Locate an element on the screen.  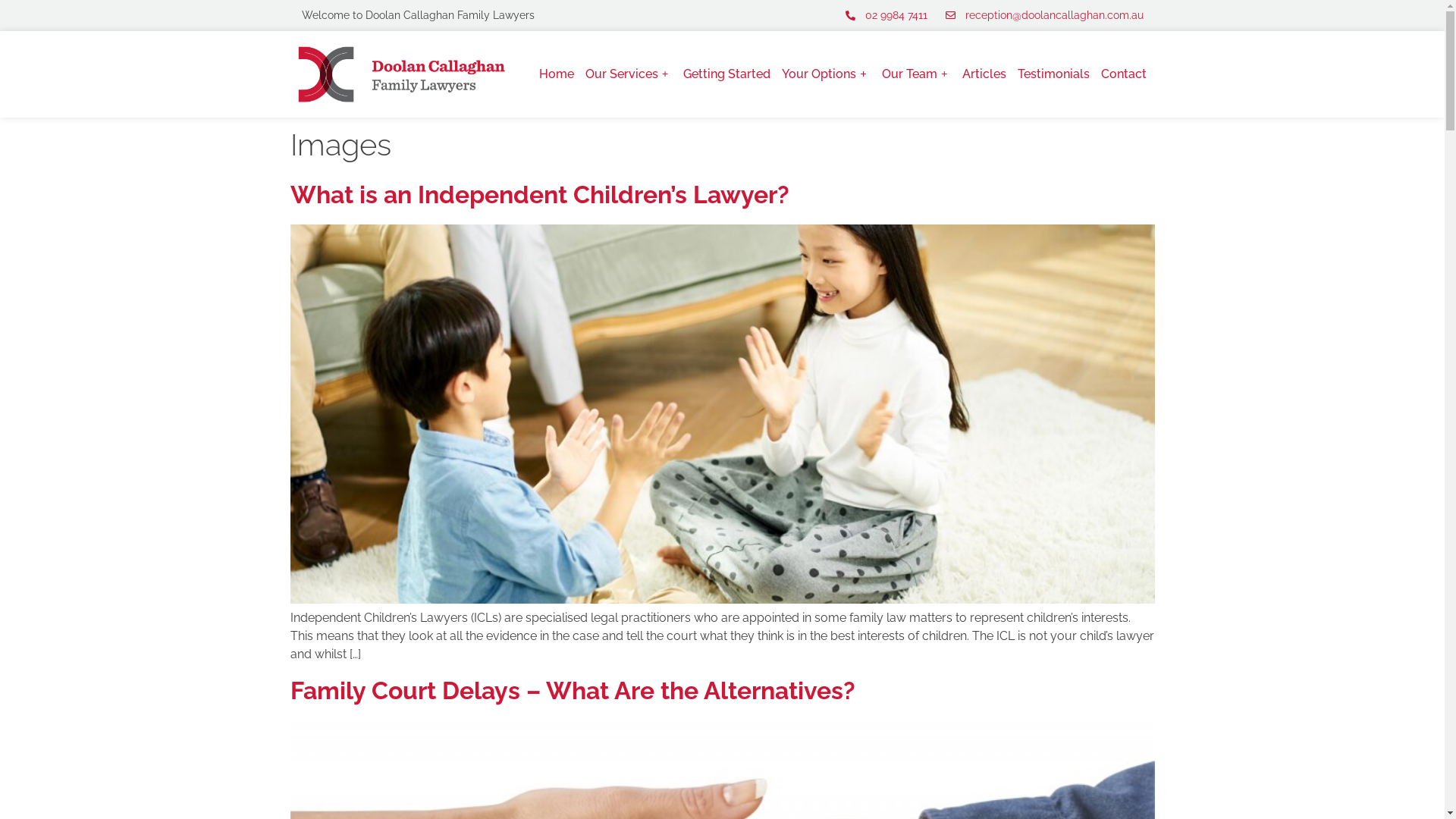
'Your Options' is located at coordinates (825, 74).